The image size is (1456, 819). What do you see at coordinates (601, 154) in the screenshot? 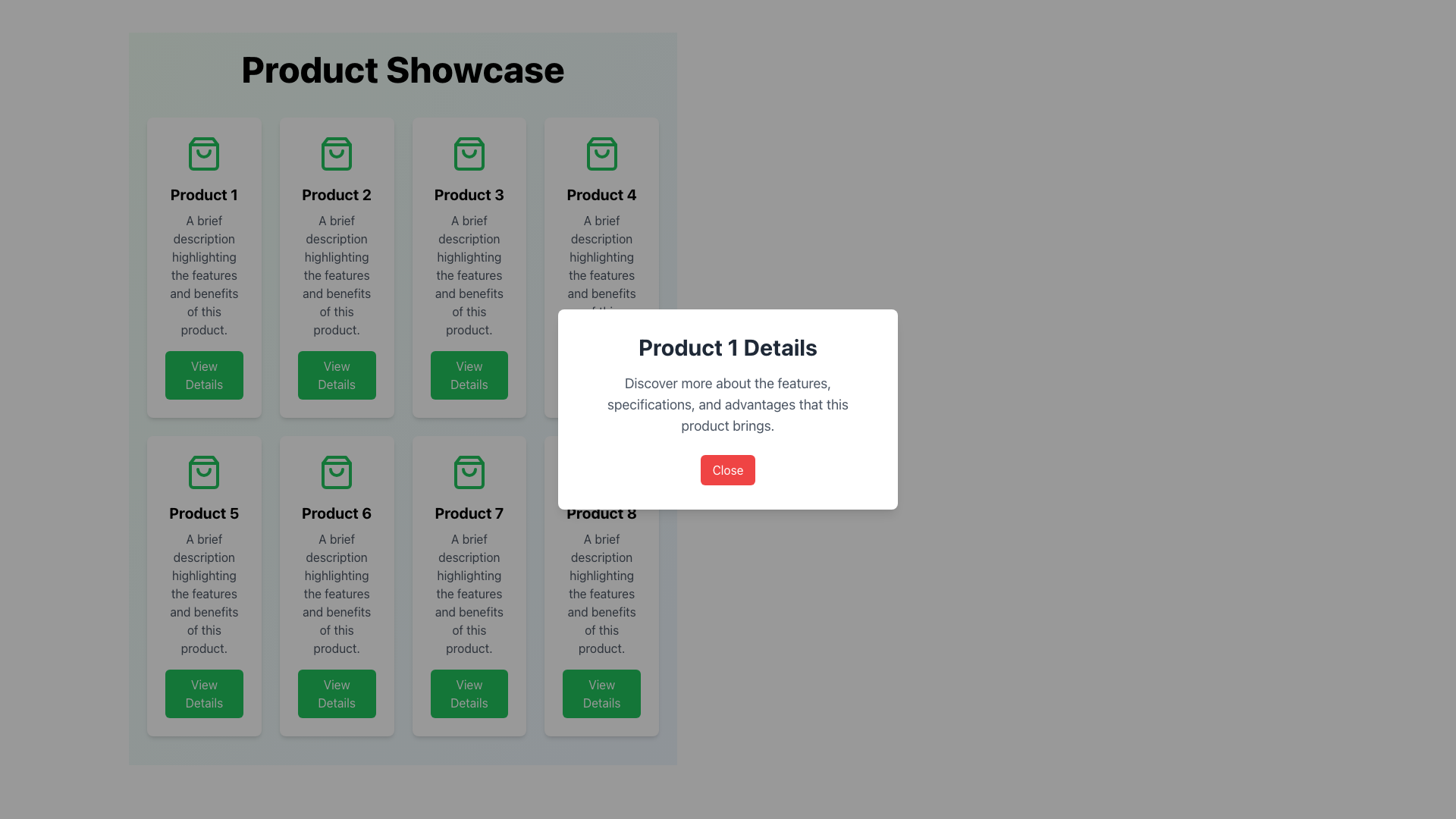
I see `the decorative icon for the 'Product 4' card located at the top center of the card in the second row and first column of the product grid` at bounding box center [601, 154].